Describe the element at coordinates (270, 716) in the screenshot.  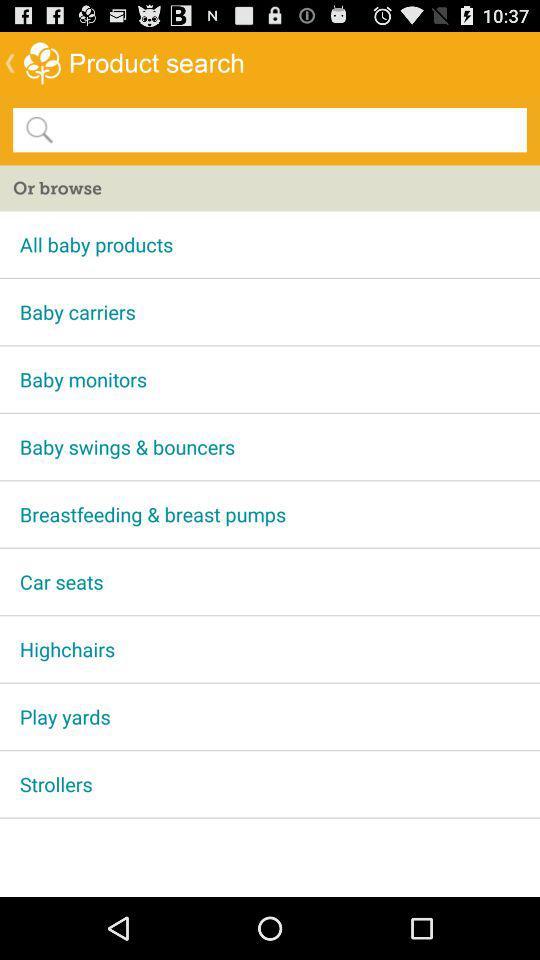
I see `app above strollers app` at that location.